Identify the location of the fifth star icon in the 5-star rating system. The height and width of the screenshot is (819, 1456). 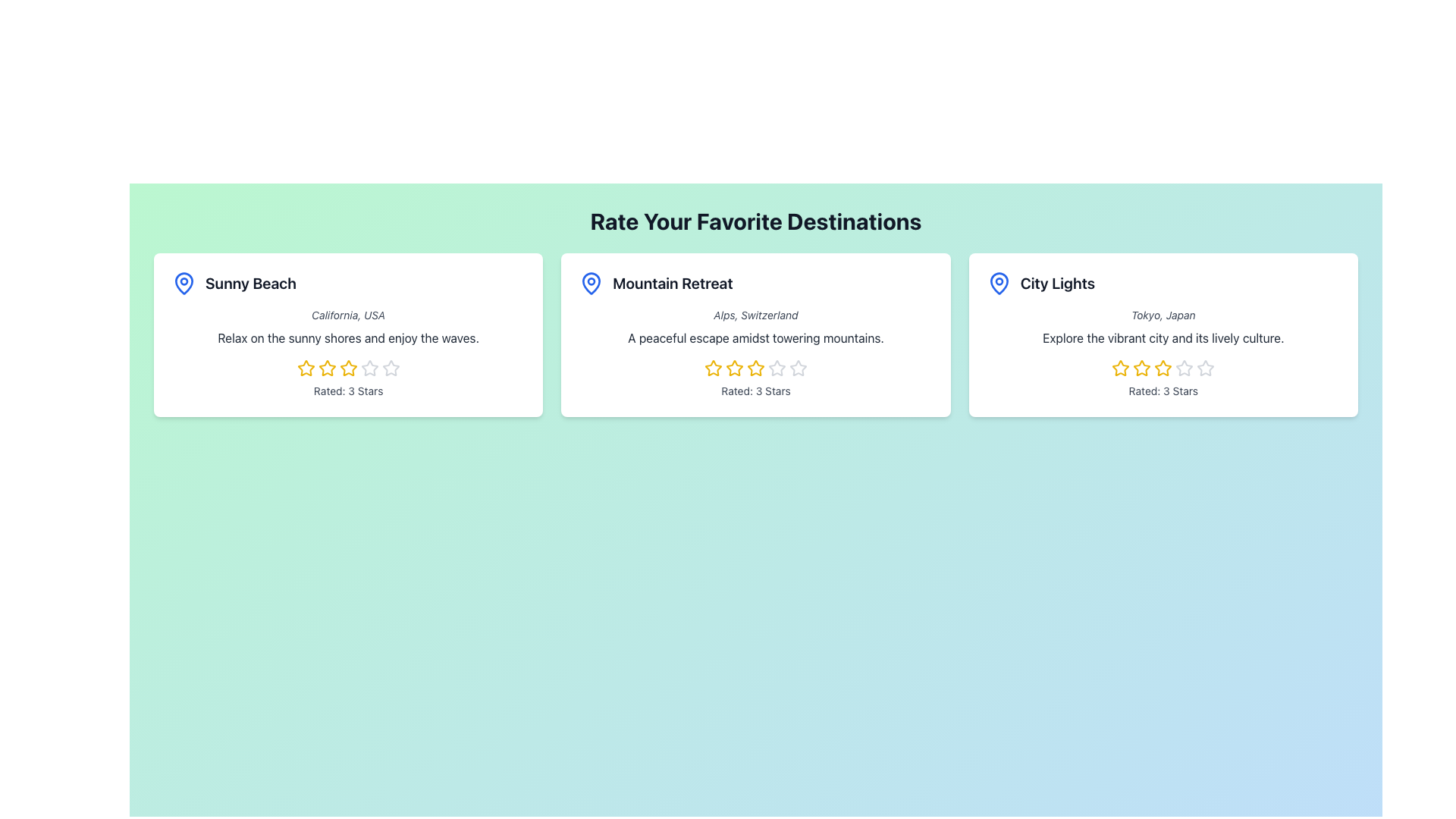
(391, 368).